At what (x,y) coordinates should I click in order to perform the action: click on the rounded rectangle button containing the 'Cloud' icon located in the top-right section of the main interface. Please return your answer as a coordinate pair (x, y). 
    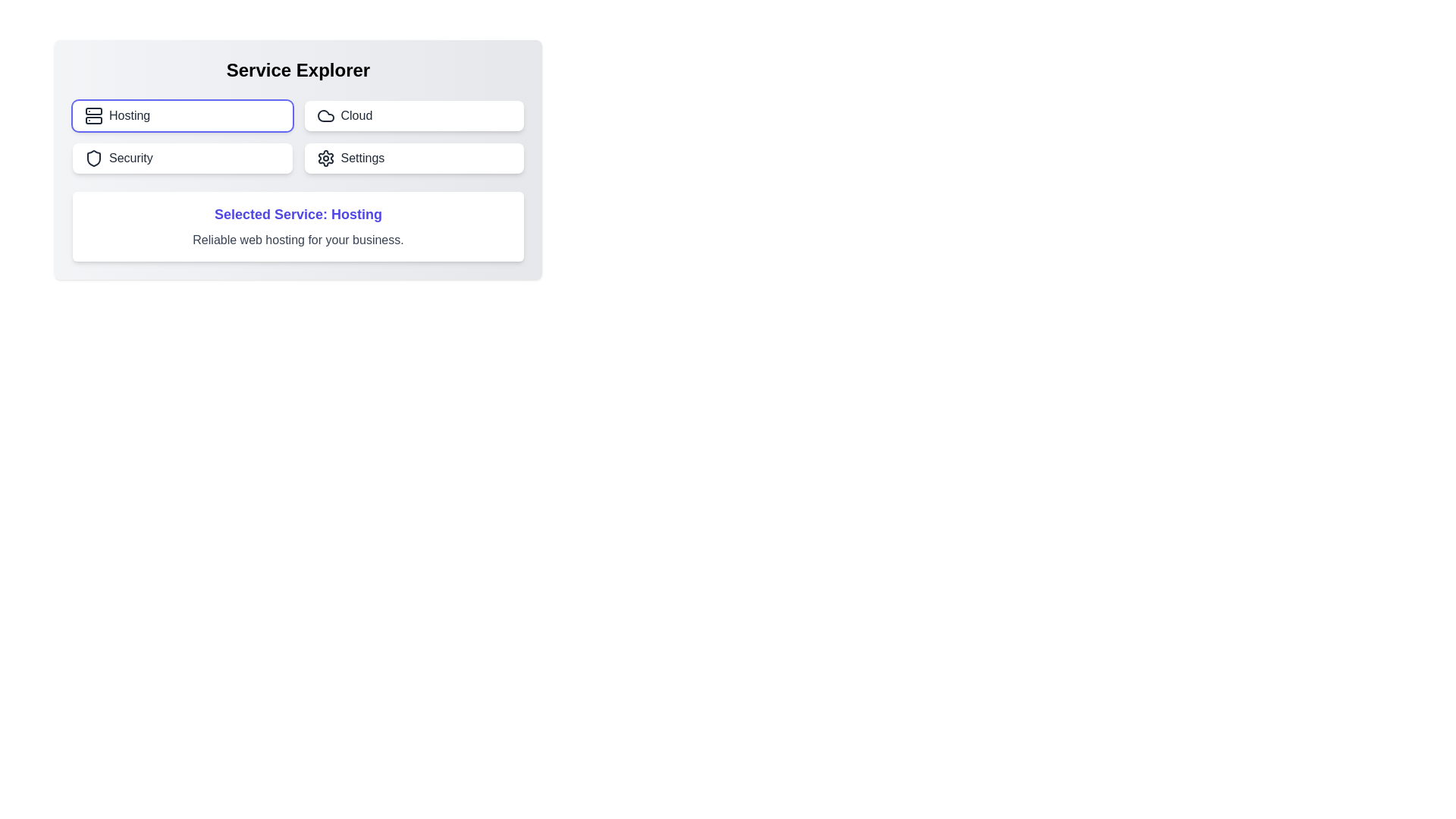
    Looking at the image, I should click on (325, 115).